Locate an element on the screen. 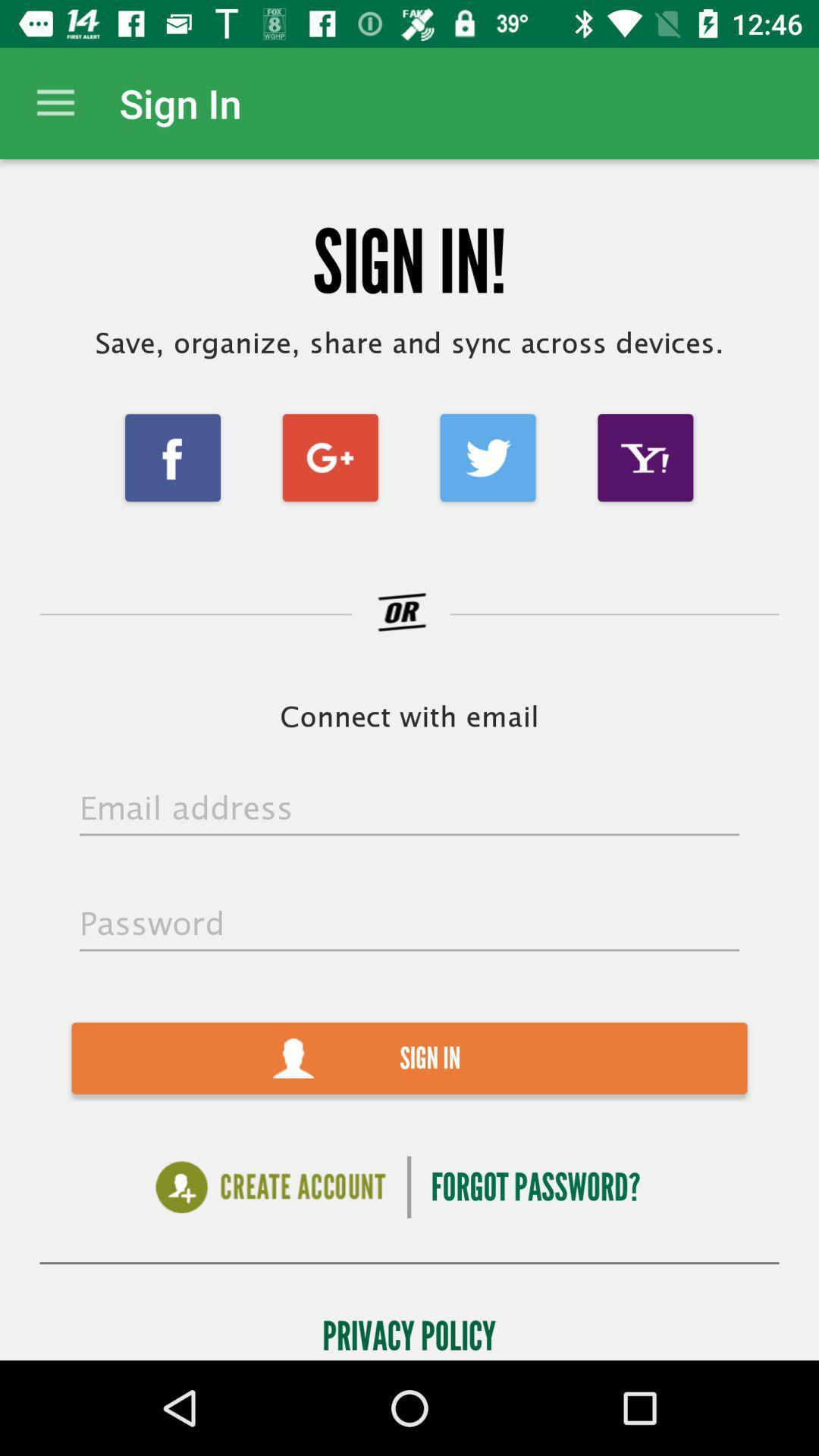 This screenshot has height=1456, width=819. the google plus icon is located at coordinates (329, 457).